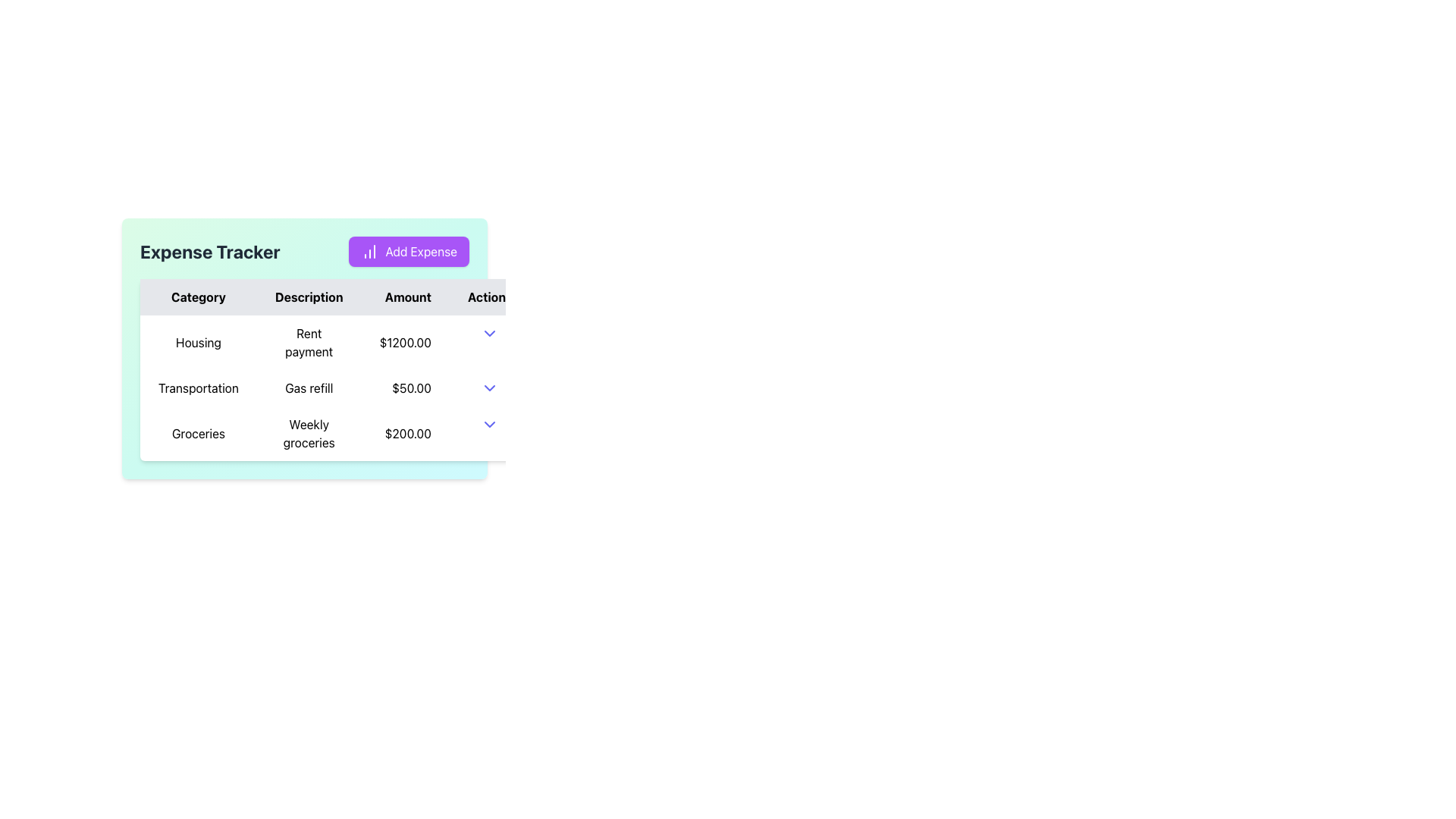  What do you see at coordinates (334, 297) in the screenshot?
I see `the data` at bounding box center [334, 297].